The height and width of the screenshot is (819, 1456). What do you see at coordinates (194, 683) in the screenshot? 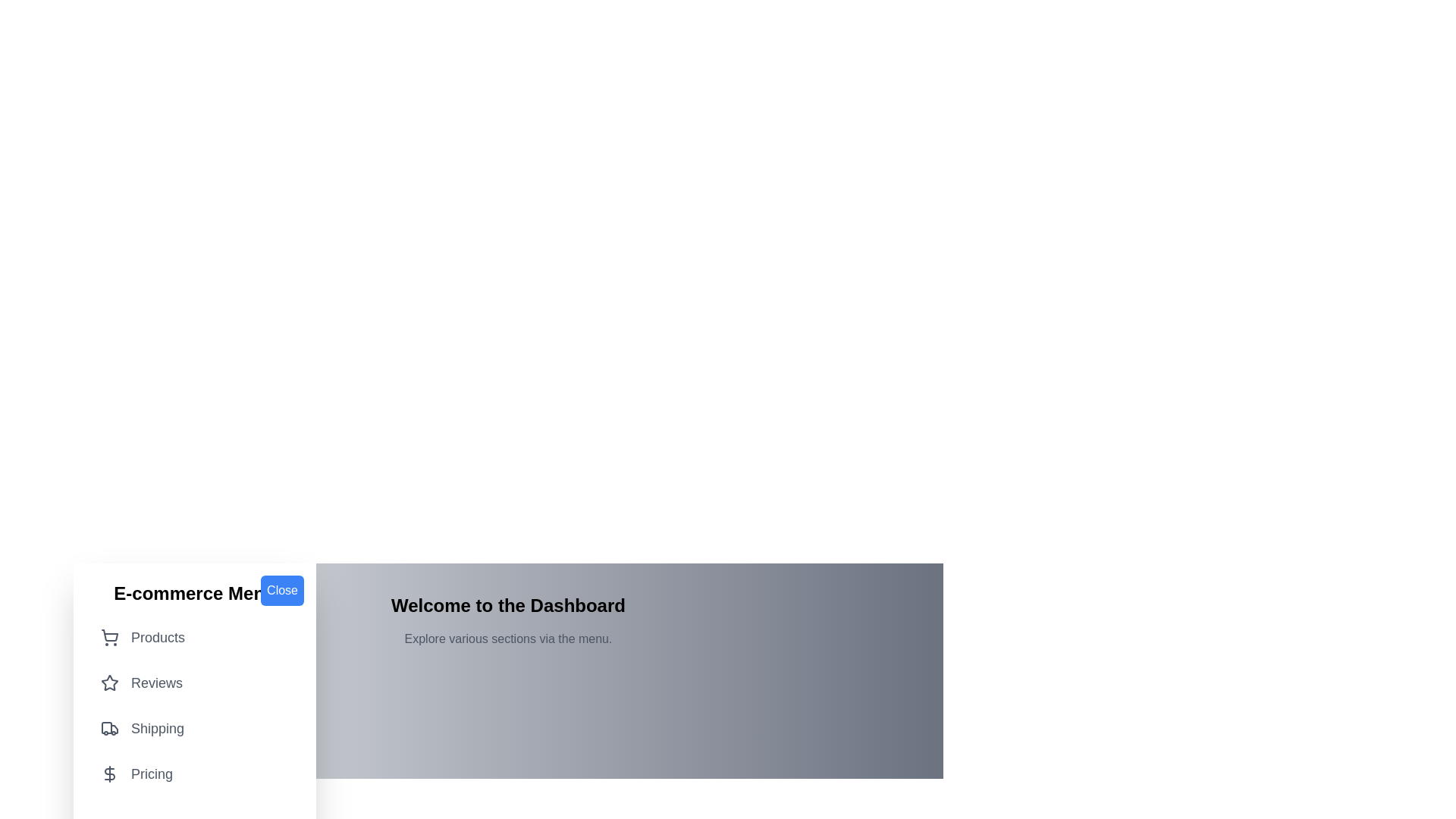
I see `the menu item Reviews` at bounding box center [194, 683].